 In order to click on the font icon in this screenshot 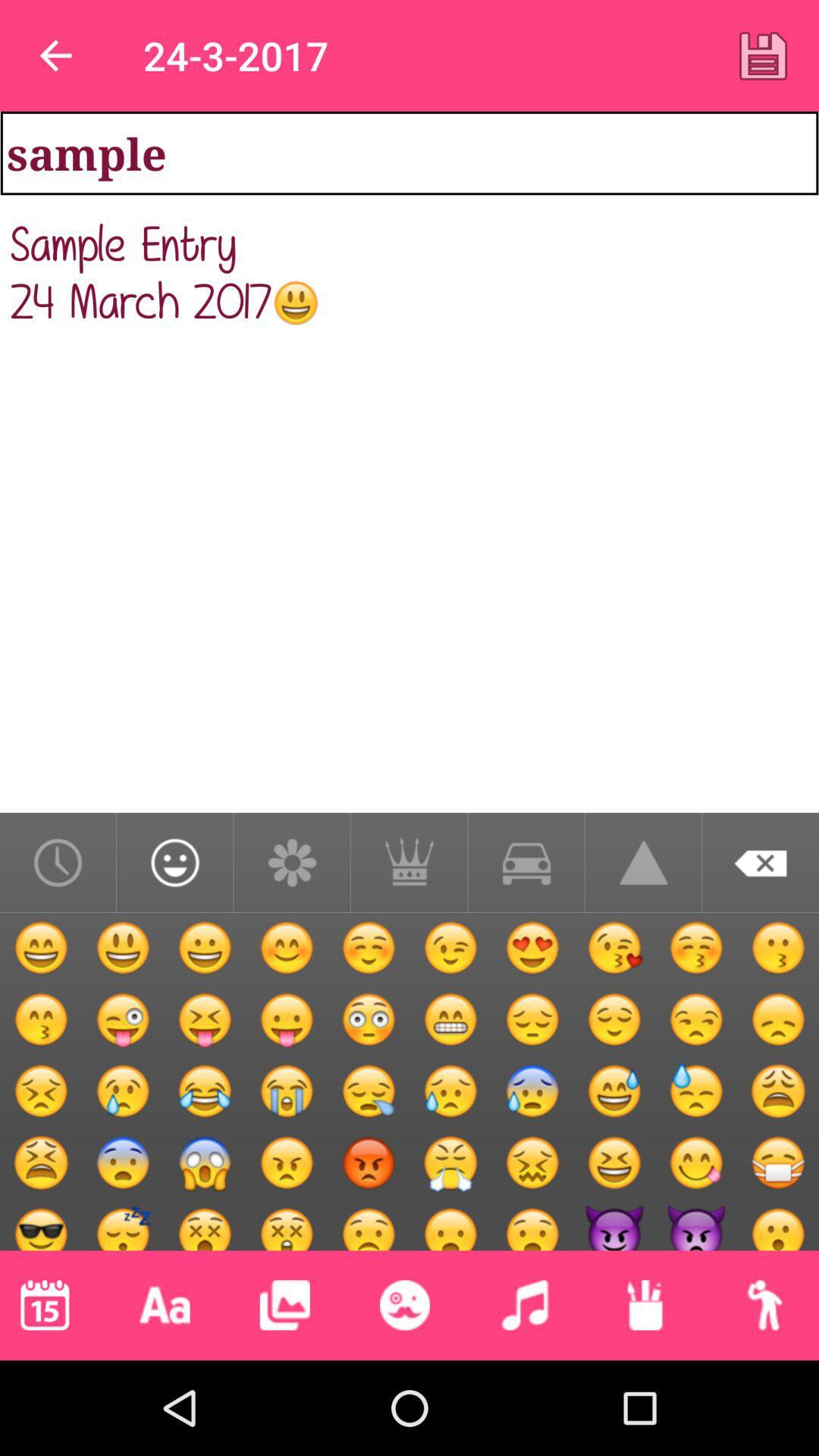, I will do `click(165, 1304)`.